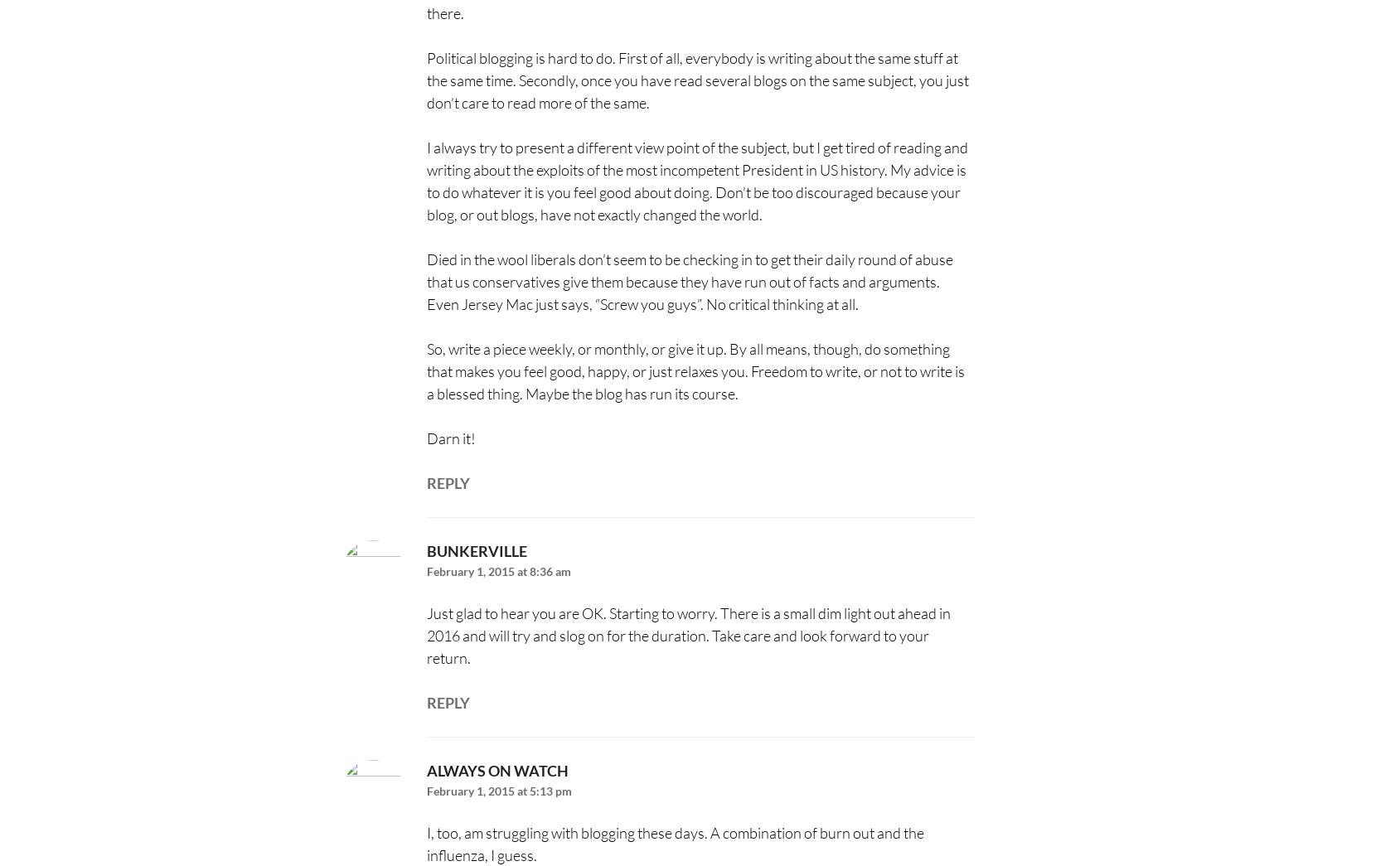 The height and width of the screenshot is (866, 1400). I want to click on 'bunkerville', so click(475, 551).